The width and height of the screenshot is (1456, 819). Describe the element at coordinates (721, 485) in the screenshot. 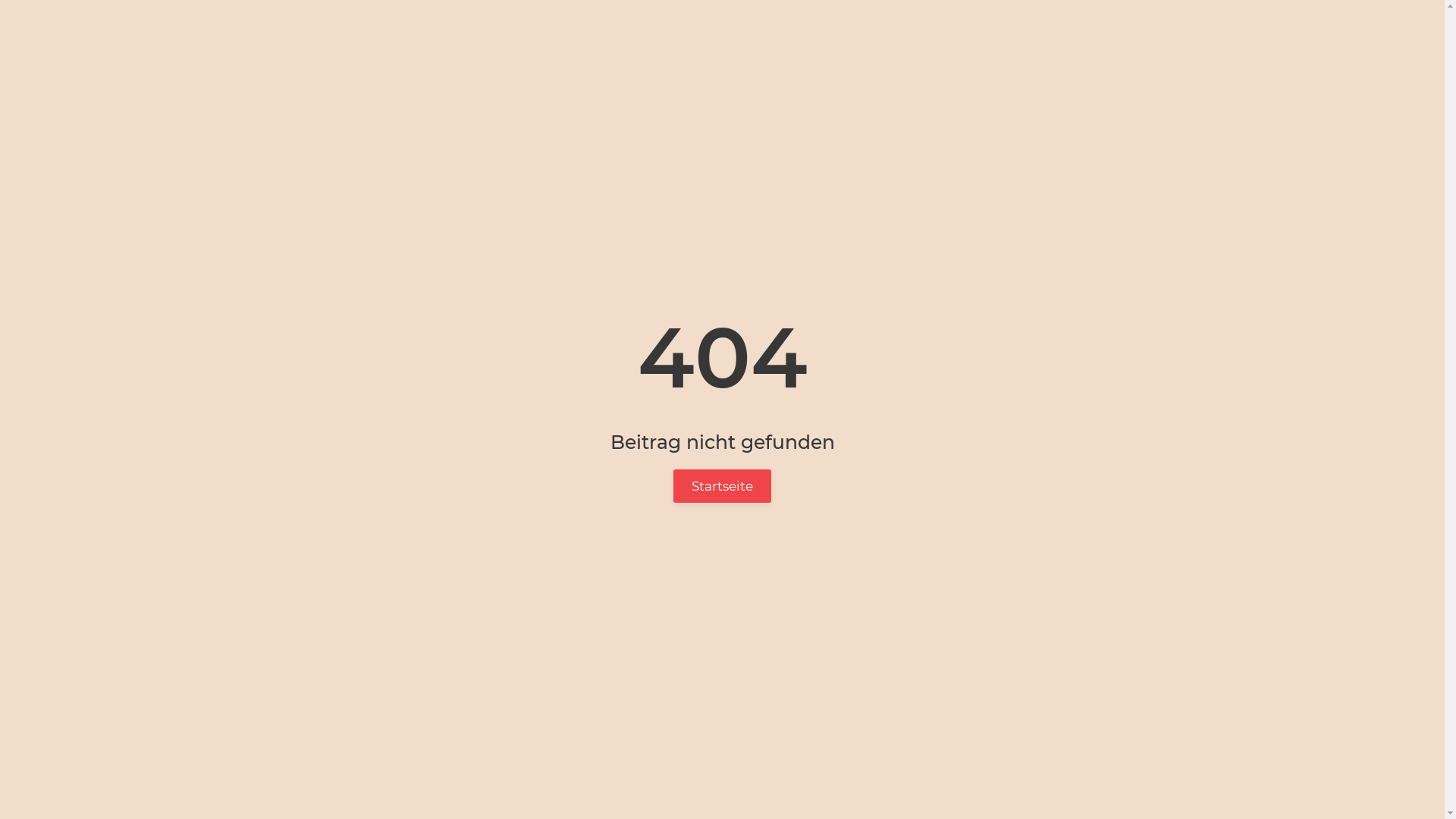

I see `'Startseite'` at that location.